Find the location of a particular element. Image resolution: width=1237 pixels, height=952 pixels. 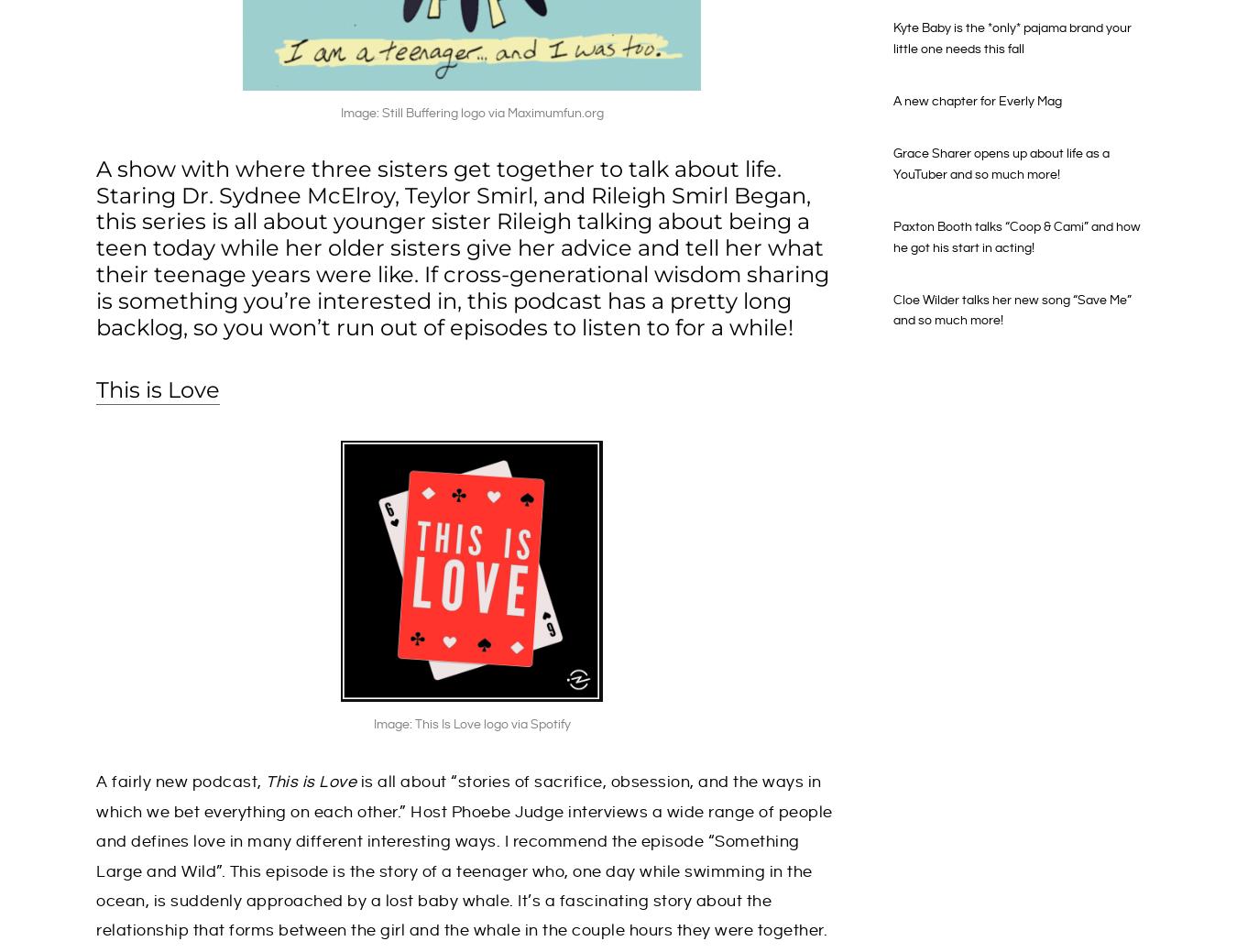

'is all about “stories of sacrifice, obsession, and the ways in which we bet everything on each other.” Host Phoebe Judge interviews a wide range of people and defines love in many different interesting ways. I recommend the episode “Something Large and Wild”. This episode is the story of a teenager who, one day while swimming in the ocean, is suddenly approached by a lost baby whale. It’s a fascinating story about the relationship that forms between the girl and the whale in the couple hours they were together.' is located at coordinates (463, 856).